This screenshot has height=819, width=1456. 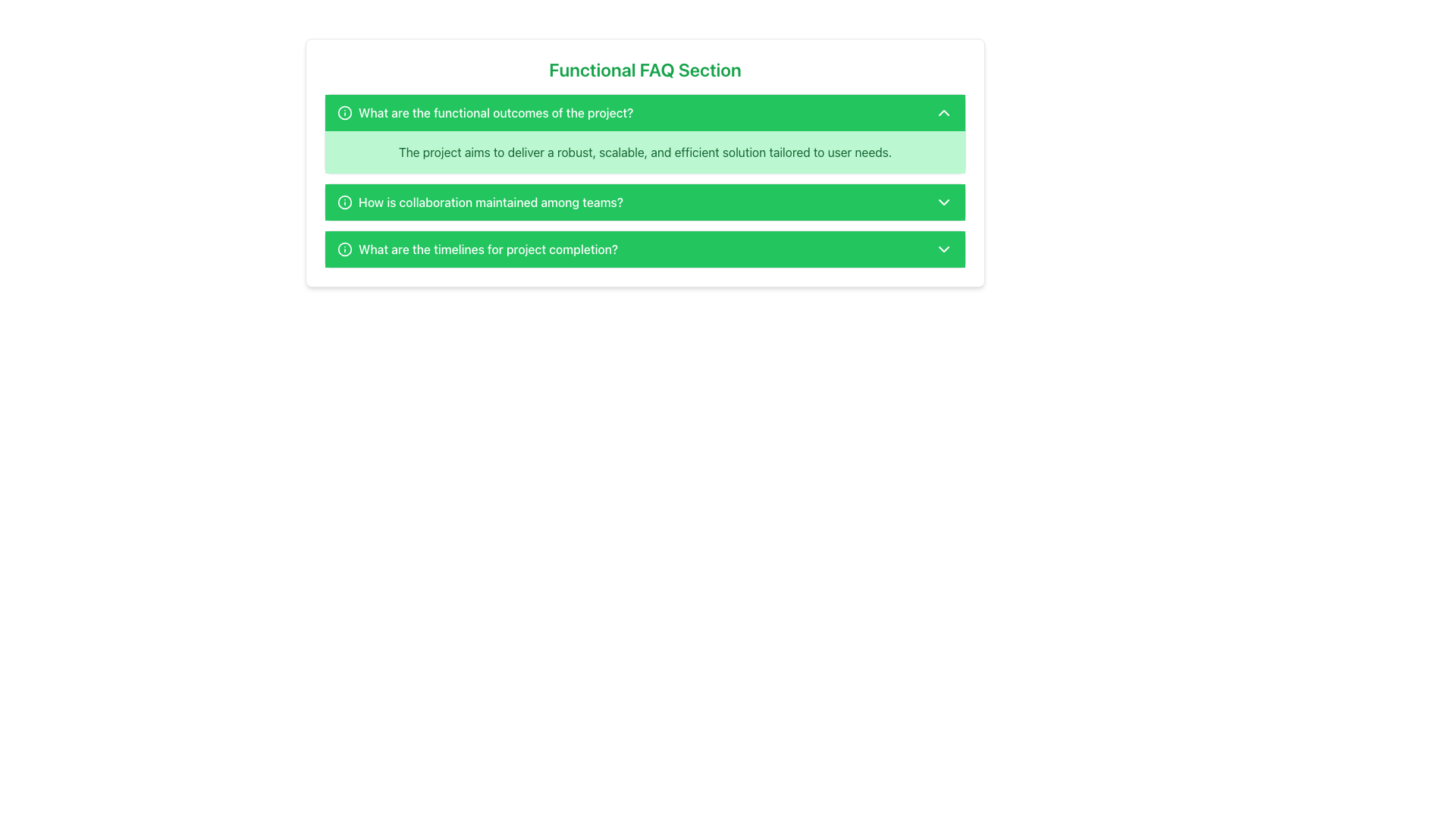 What do you see at coordinates (943, 201) in the screenshot?
I see `the downward-pointing chevron icon with a green background in the header bar` at bounding box center [943, 201].